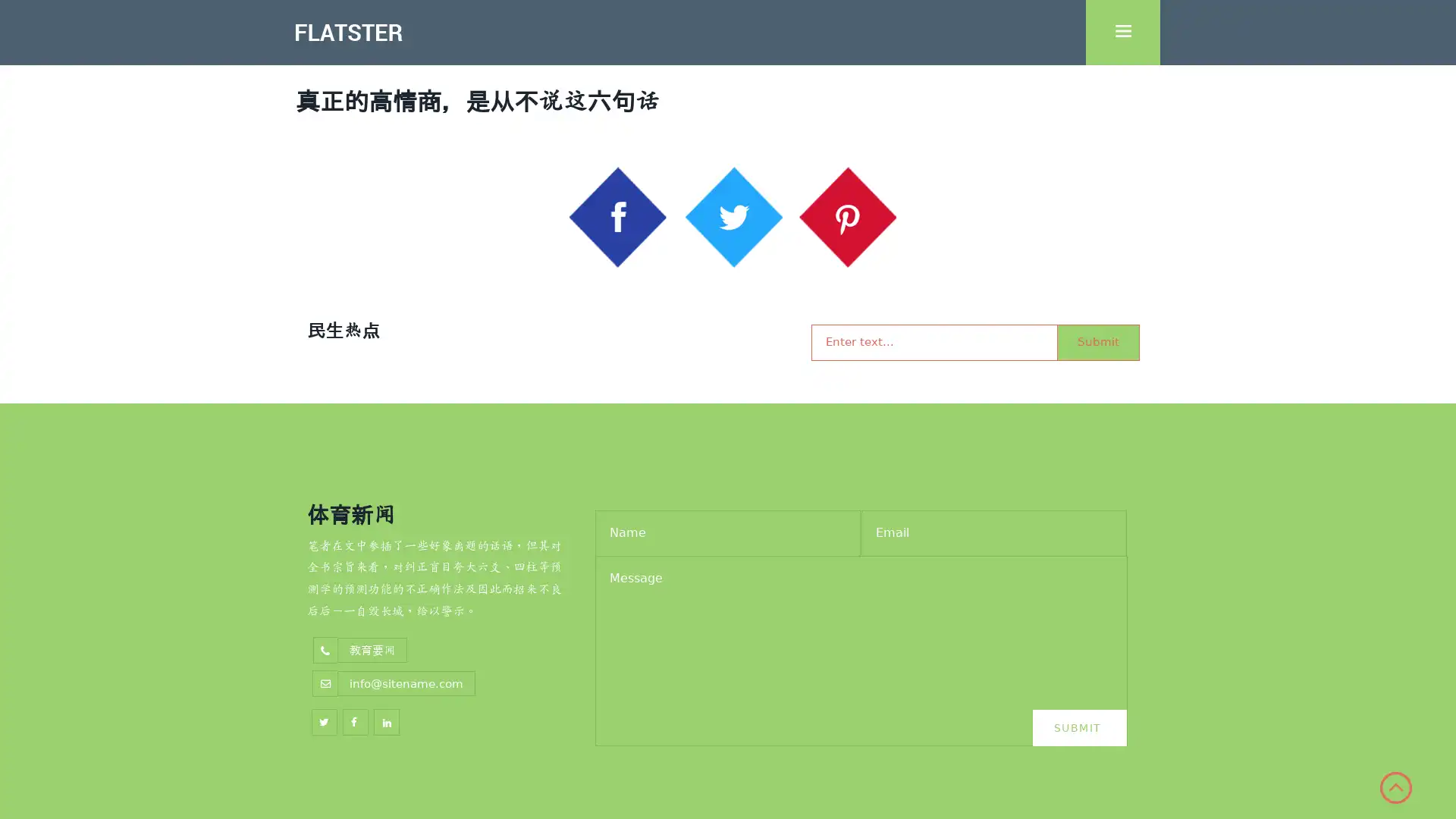 The height and width of the screenshot is (819, 1456). Describe the element at coordinates (1078, 726) in the screenshot. I see `Submit` at that location.